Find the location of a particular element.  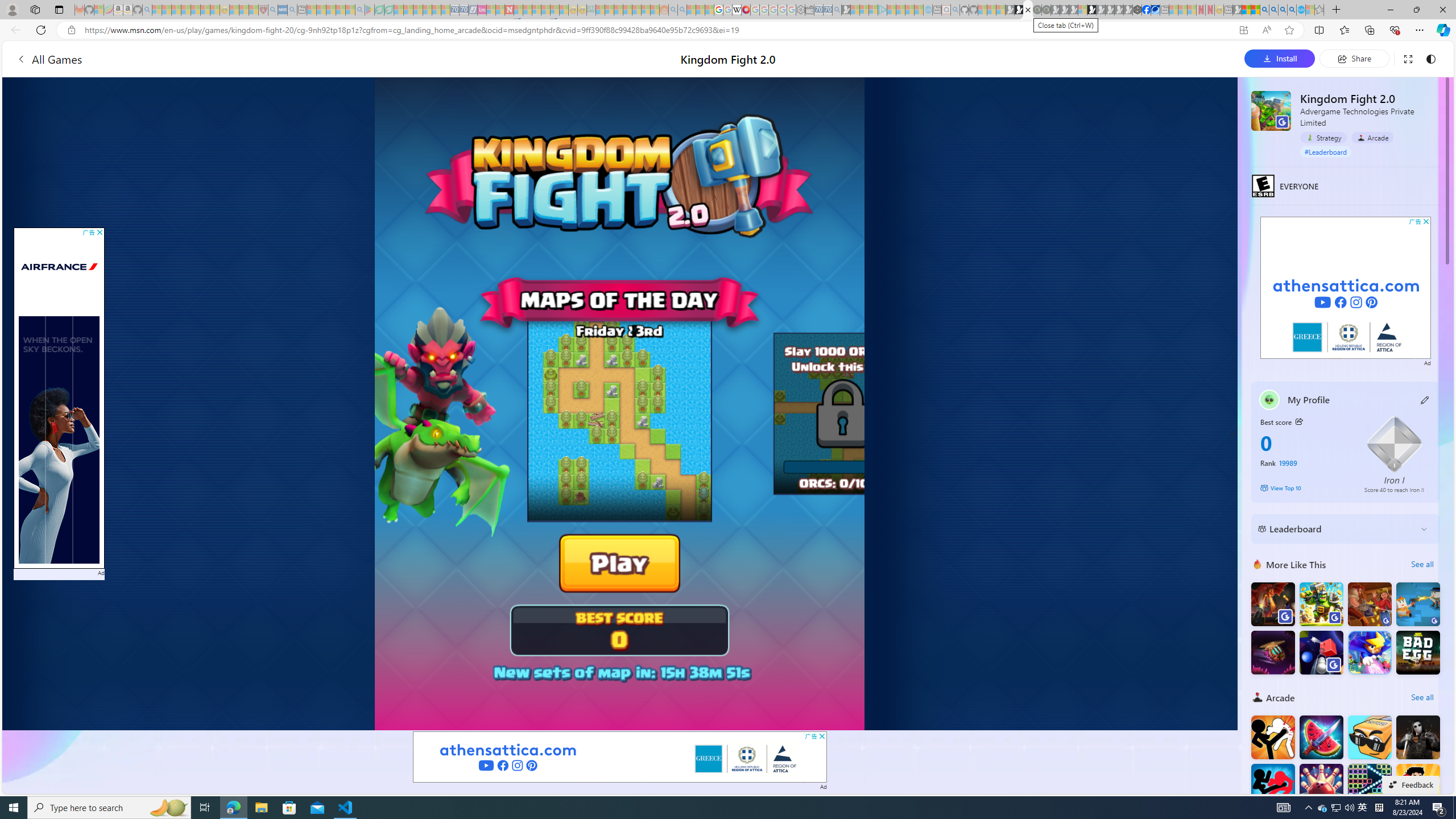

'View Top 10' is located at coordinates (1305, 487).